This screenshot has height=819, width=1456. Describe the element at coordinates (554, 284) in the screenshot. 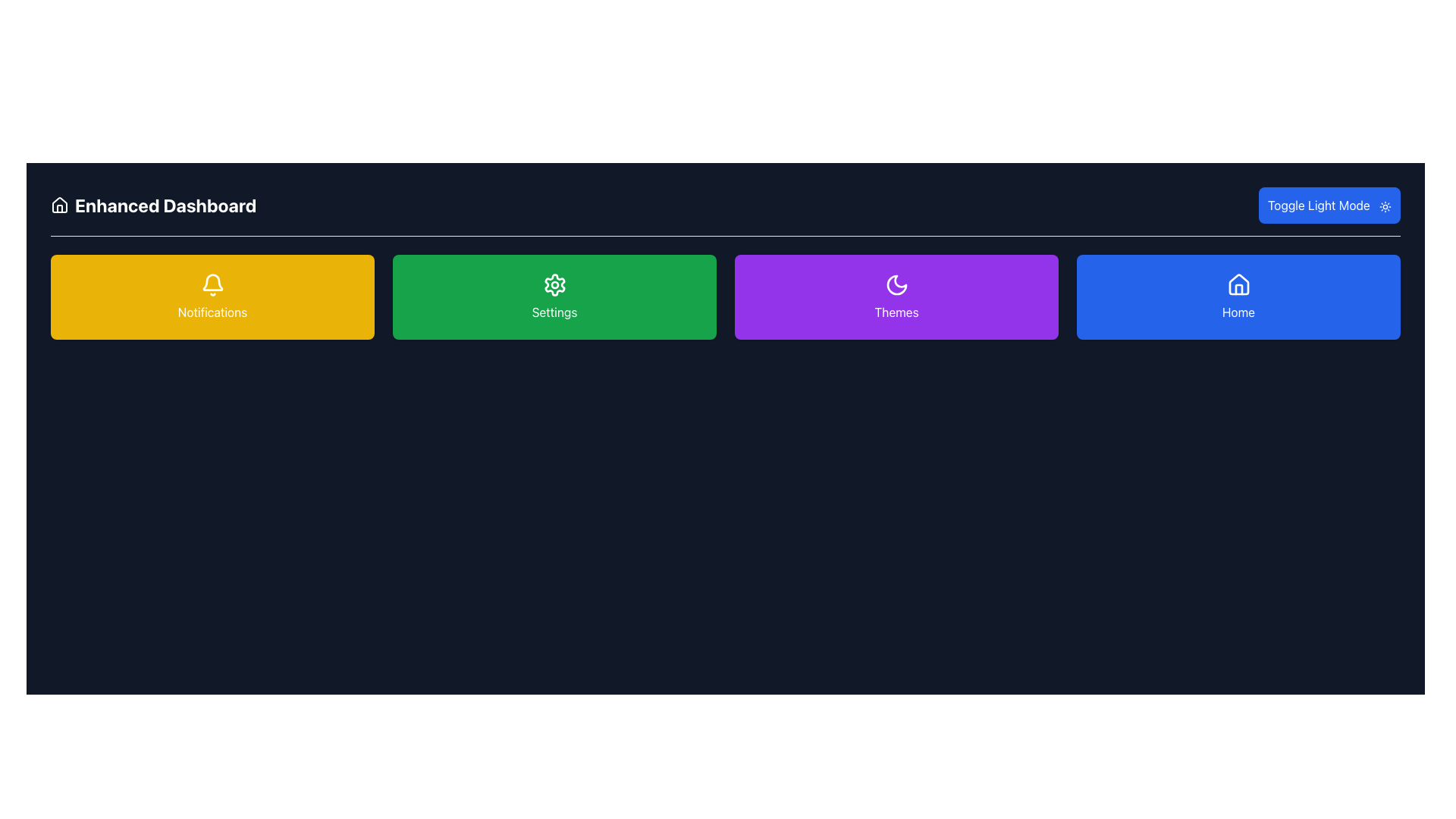

I see `the settings gear icon, which is centrally positioned within the green rectangular button labeled 'Settings'` at that location.